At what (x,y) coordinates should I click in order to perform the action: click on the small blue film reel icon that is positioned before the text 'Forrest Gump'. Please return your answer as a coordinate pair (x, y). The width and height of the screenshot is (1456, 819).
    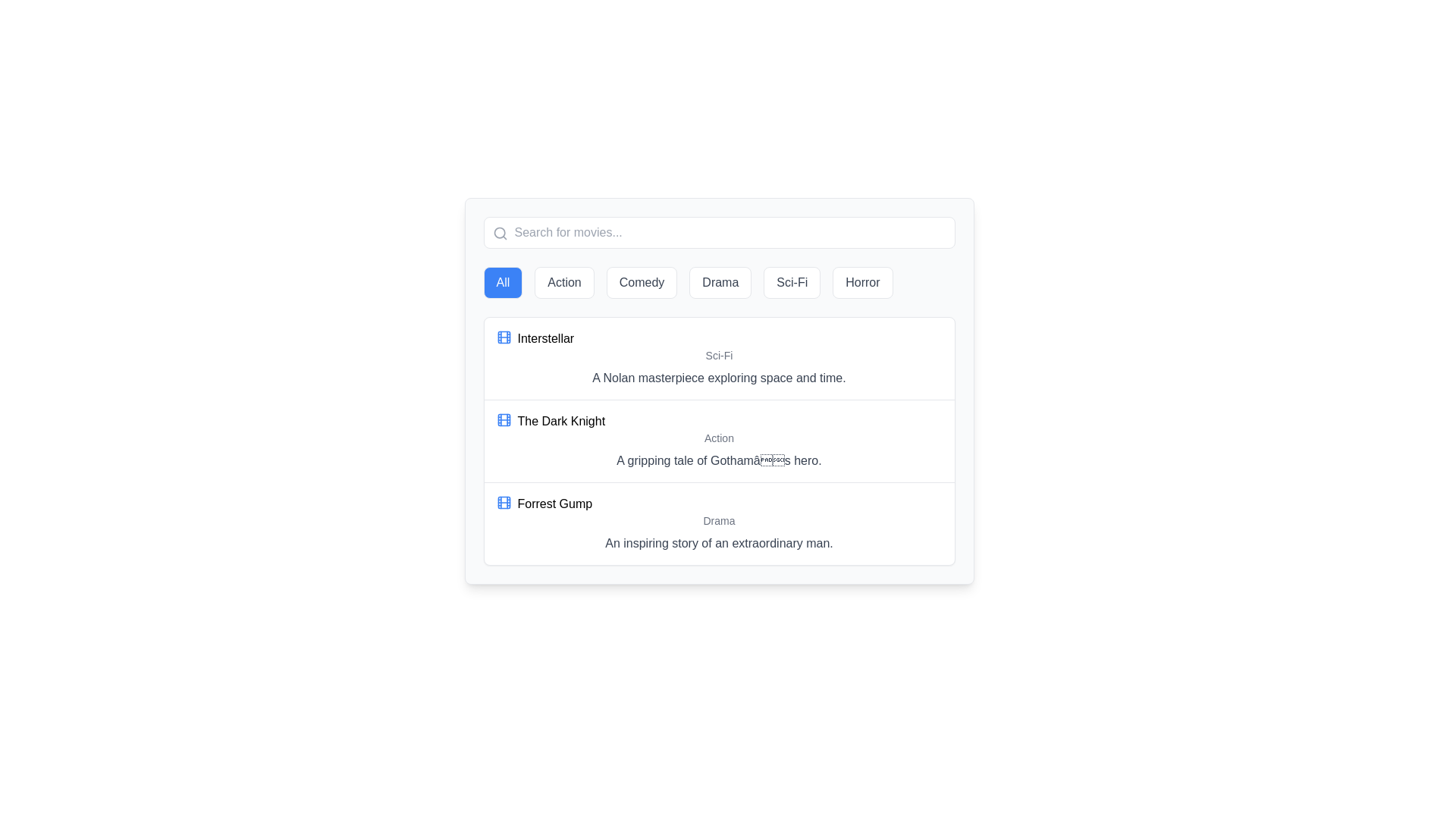
    Looking at the image, I should click on (504, 503).